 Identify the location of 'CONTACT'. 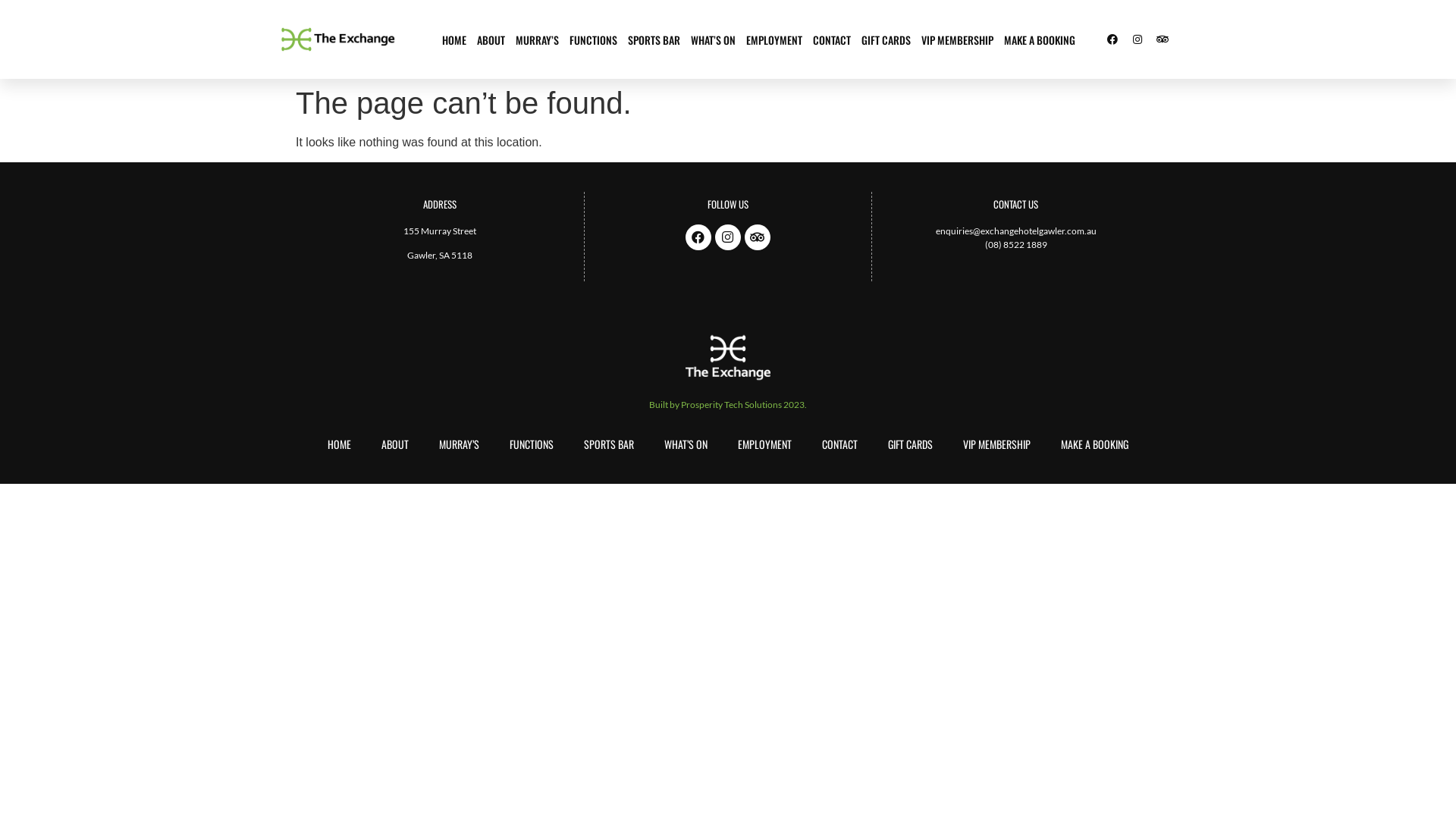
(811, 39).